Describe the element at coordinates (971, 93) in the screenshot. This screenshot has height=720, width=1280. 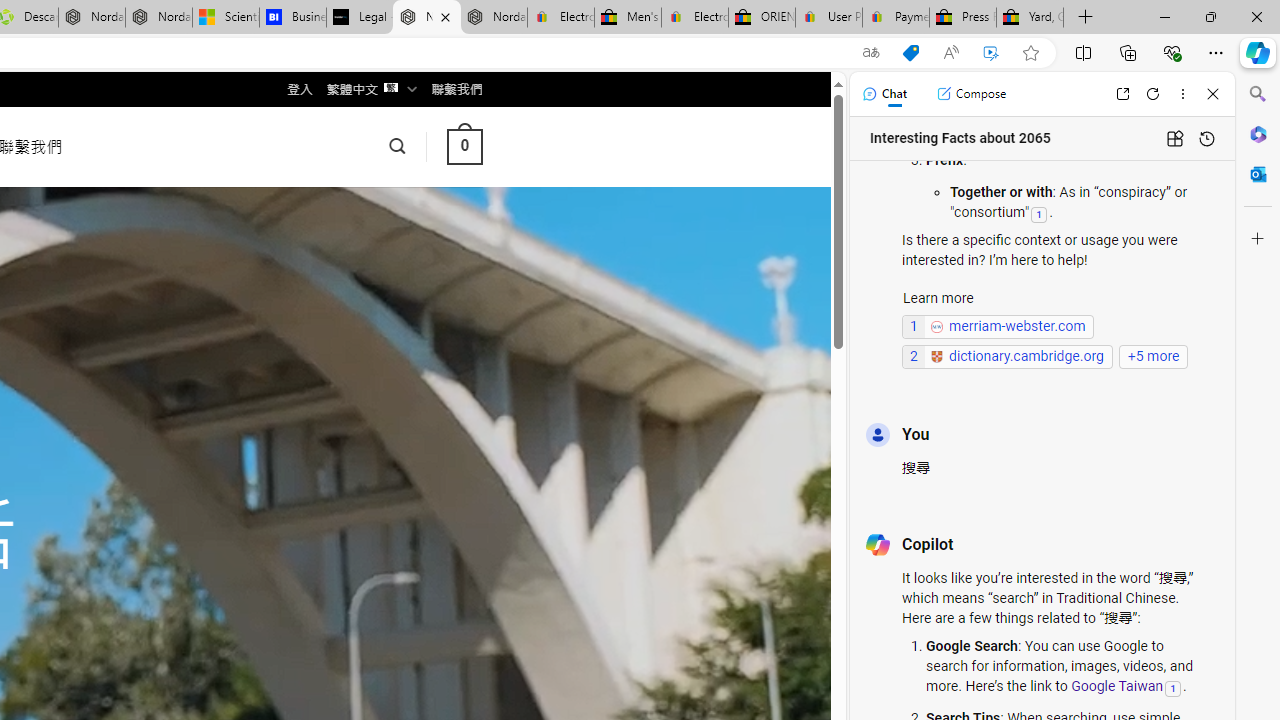
I see `'Compose'` at that location.